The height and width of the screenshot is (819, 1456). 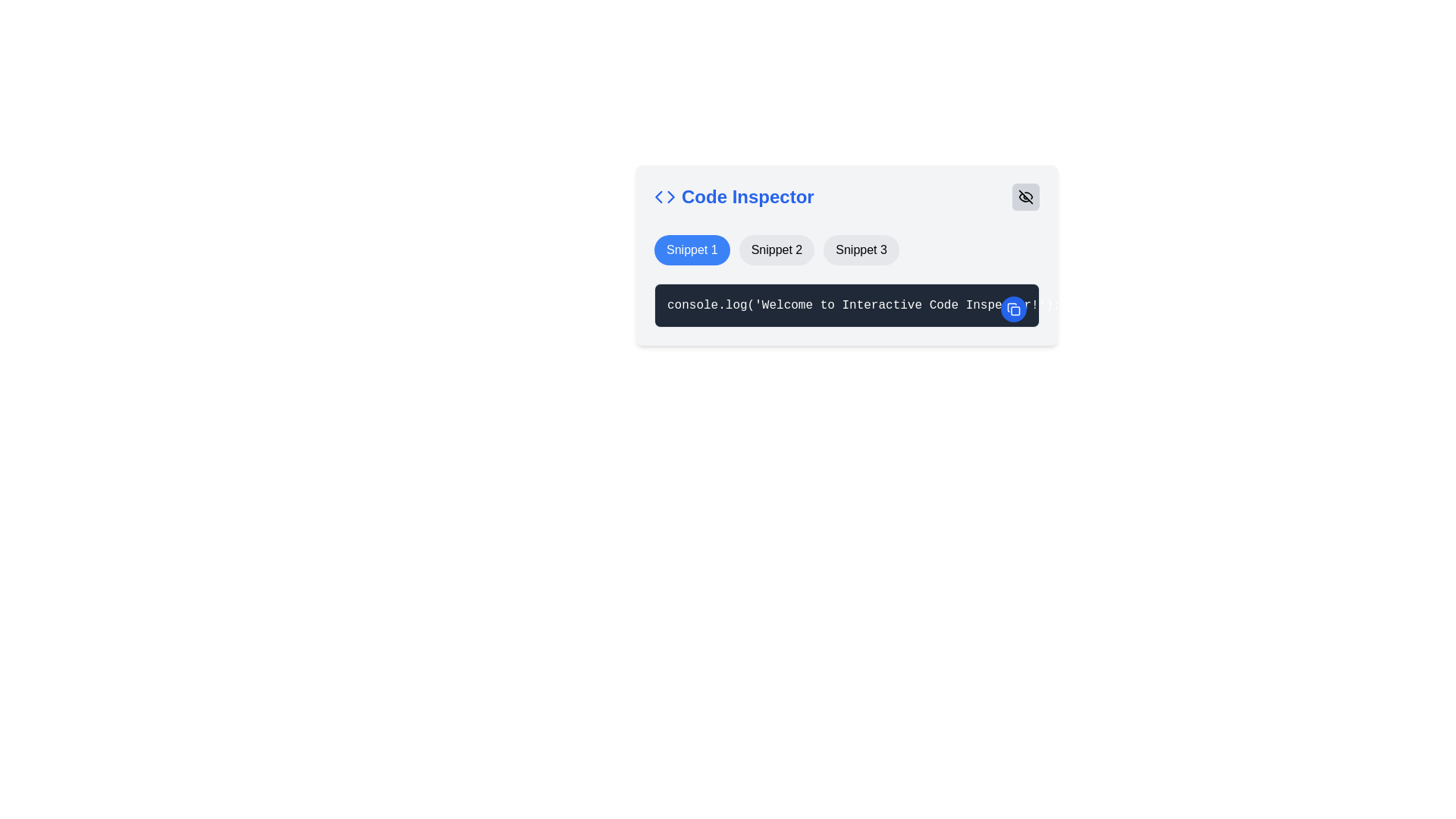 What do you see at coordinates (777, 249) in the screenshot?
I see `the button labeled 'Snippet 2'` at bounding box center [777, 249].